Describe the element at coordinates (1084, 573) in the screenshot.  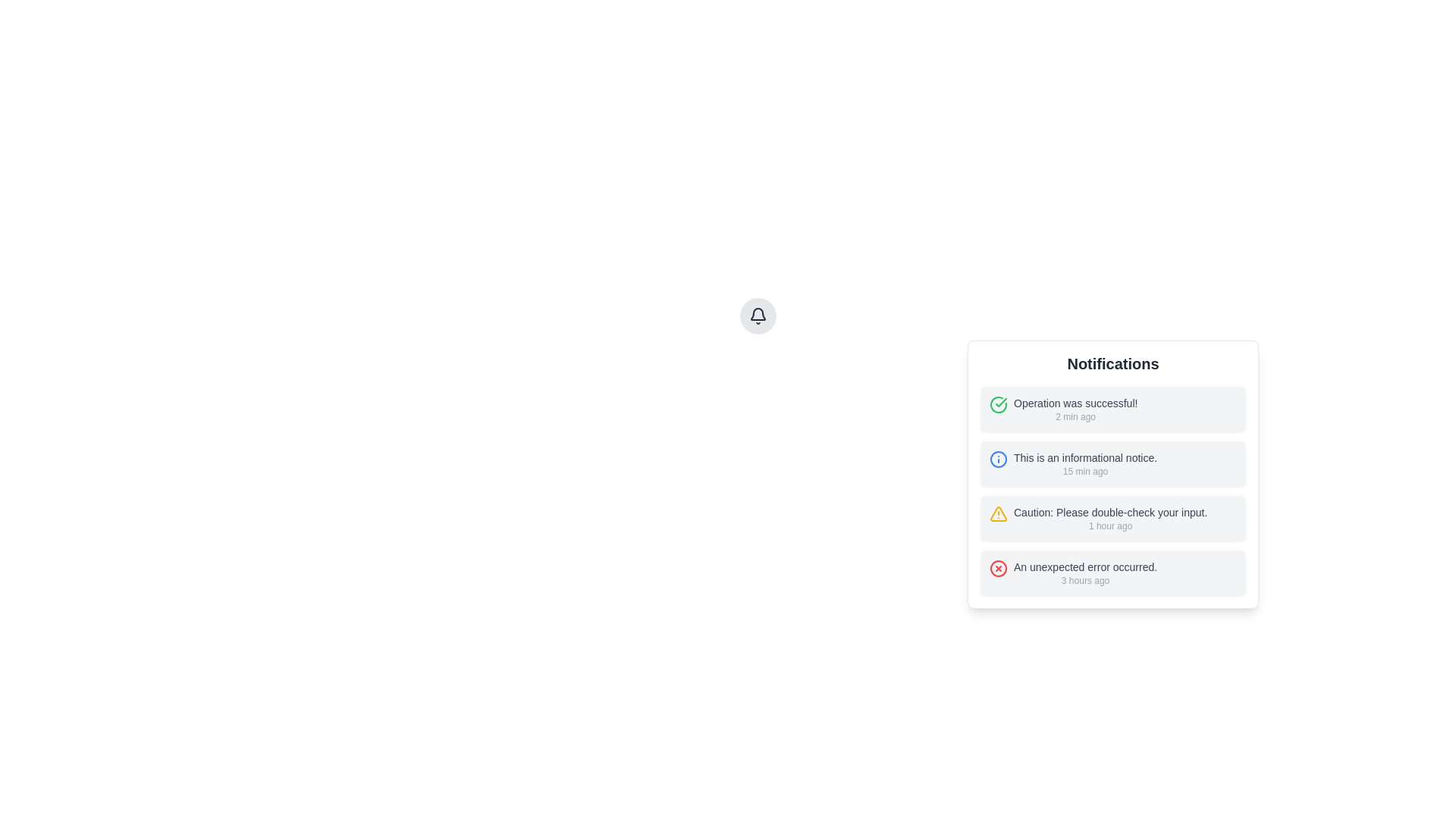
I see `the text-based notification at the bottom of the notifications list` at that location.